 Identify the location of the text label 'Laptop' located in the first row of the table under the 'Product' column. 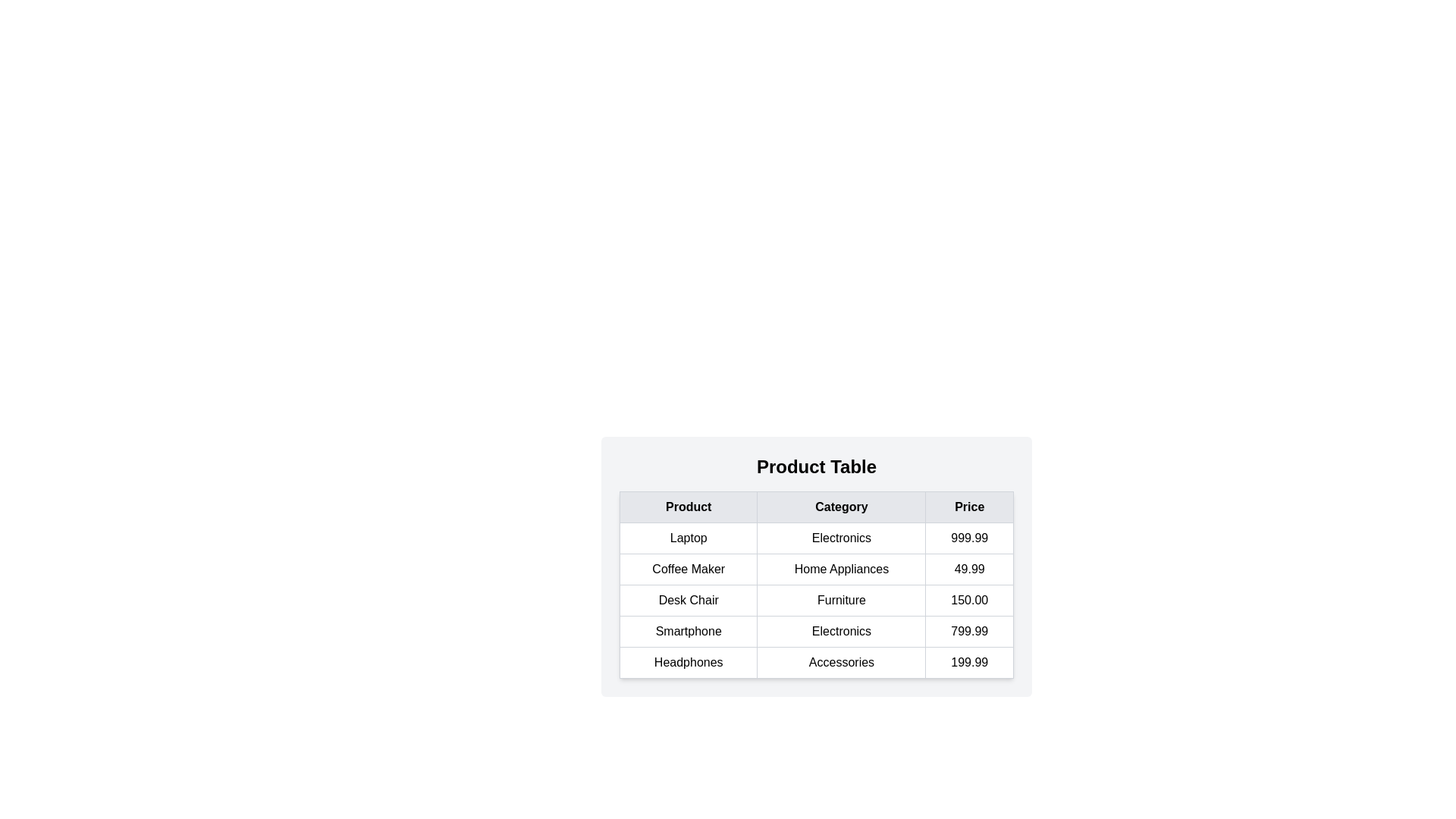
(688, 537).